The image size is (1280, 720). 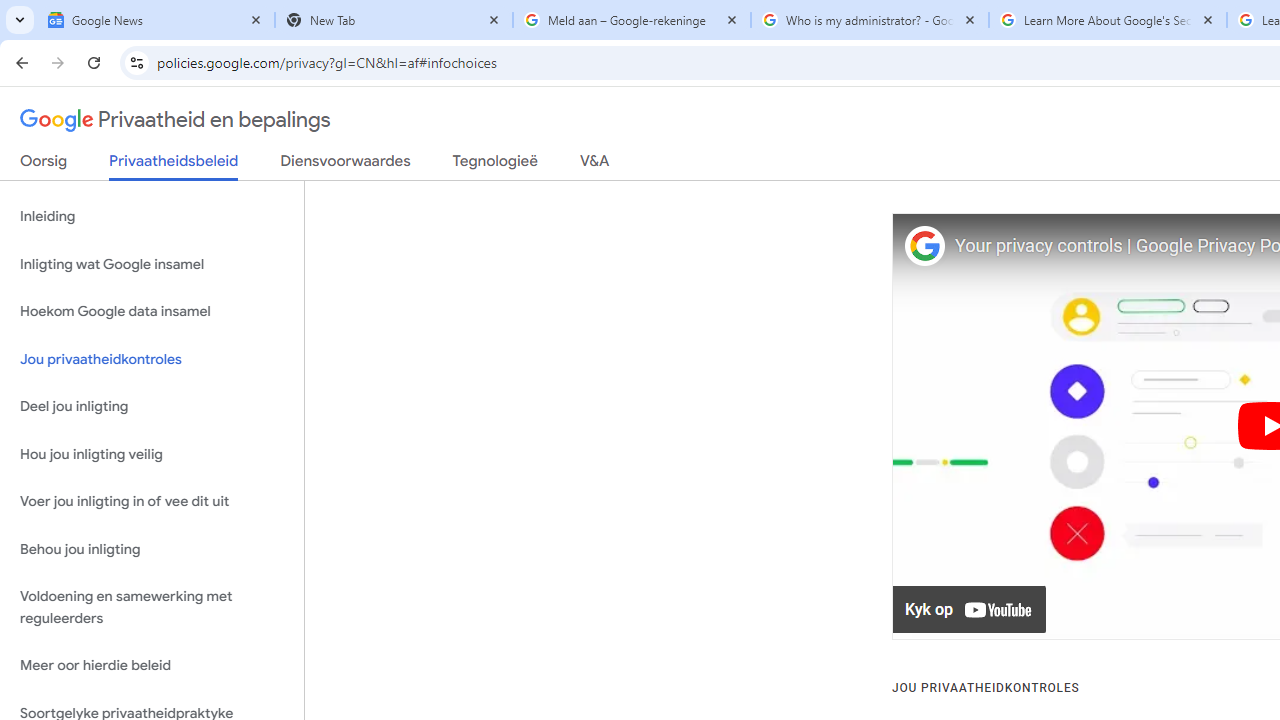 What do you see at coordinates (151, 358) in the screenshot?
I see `'Jou privaatheidkontroles'` at bounding box center [151, 358].